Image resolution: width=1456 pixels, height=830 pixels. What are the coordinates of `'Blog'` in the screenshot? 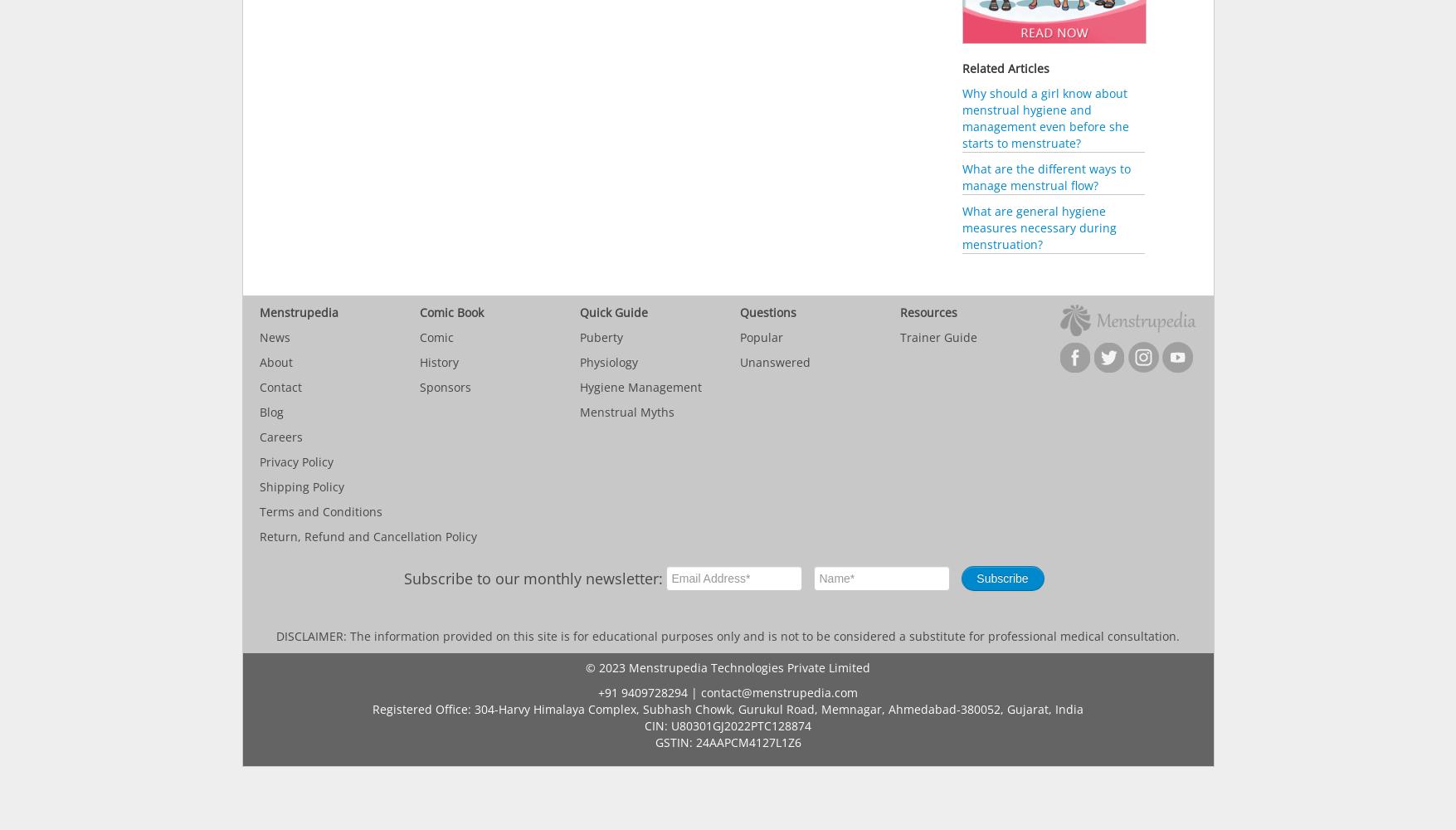 It's located at (270, 411).